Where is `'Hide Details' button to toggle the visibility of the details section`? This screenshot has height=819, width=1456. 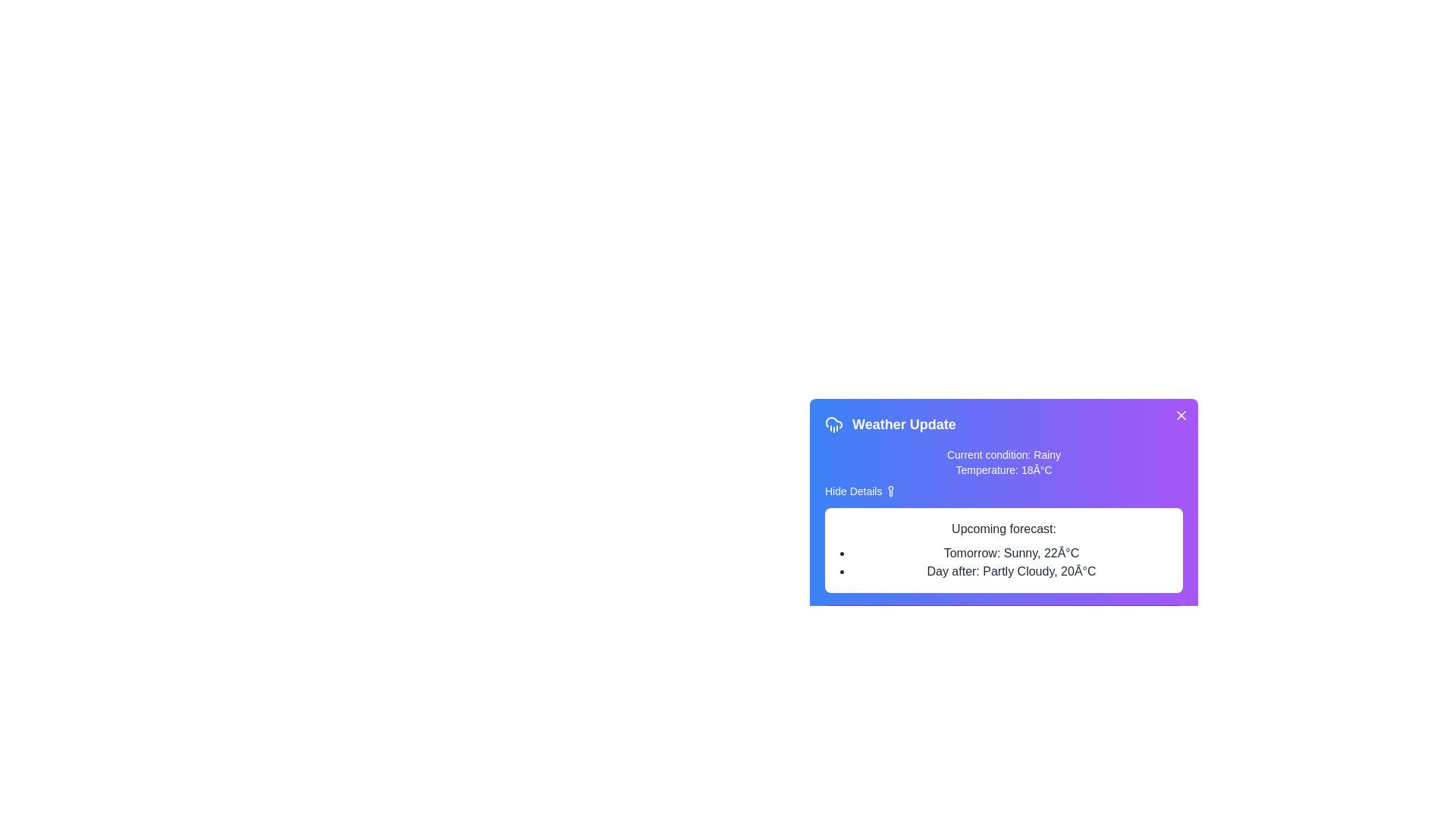 'Hide Details' button to toggle the visibility of the details section is located at coordinates (861, 491).